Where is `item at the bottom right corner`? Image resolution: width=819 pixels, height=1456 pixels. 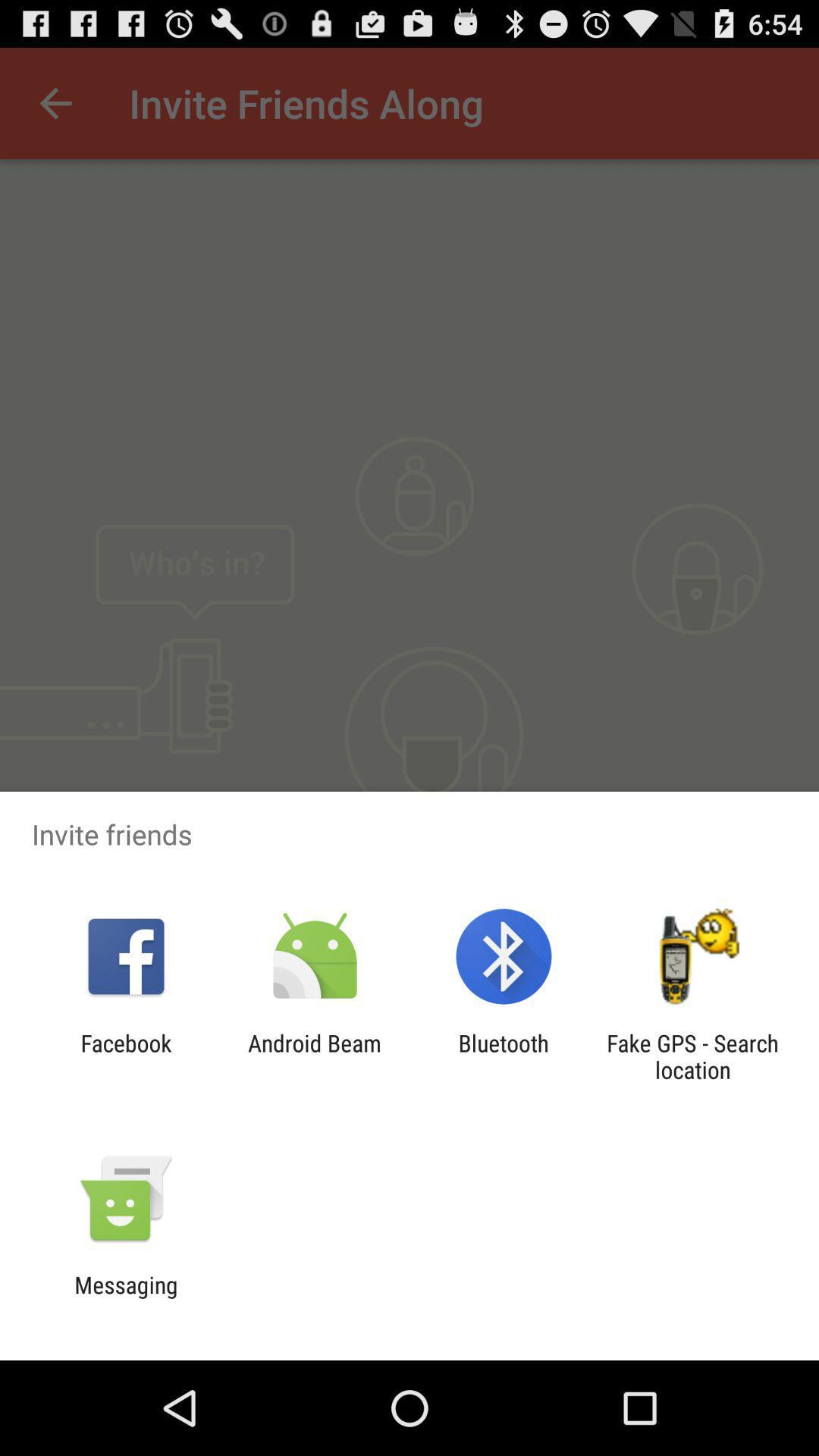 item at the bottom right corner is located at coordinates (692, 1056).